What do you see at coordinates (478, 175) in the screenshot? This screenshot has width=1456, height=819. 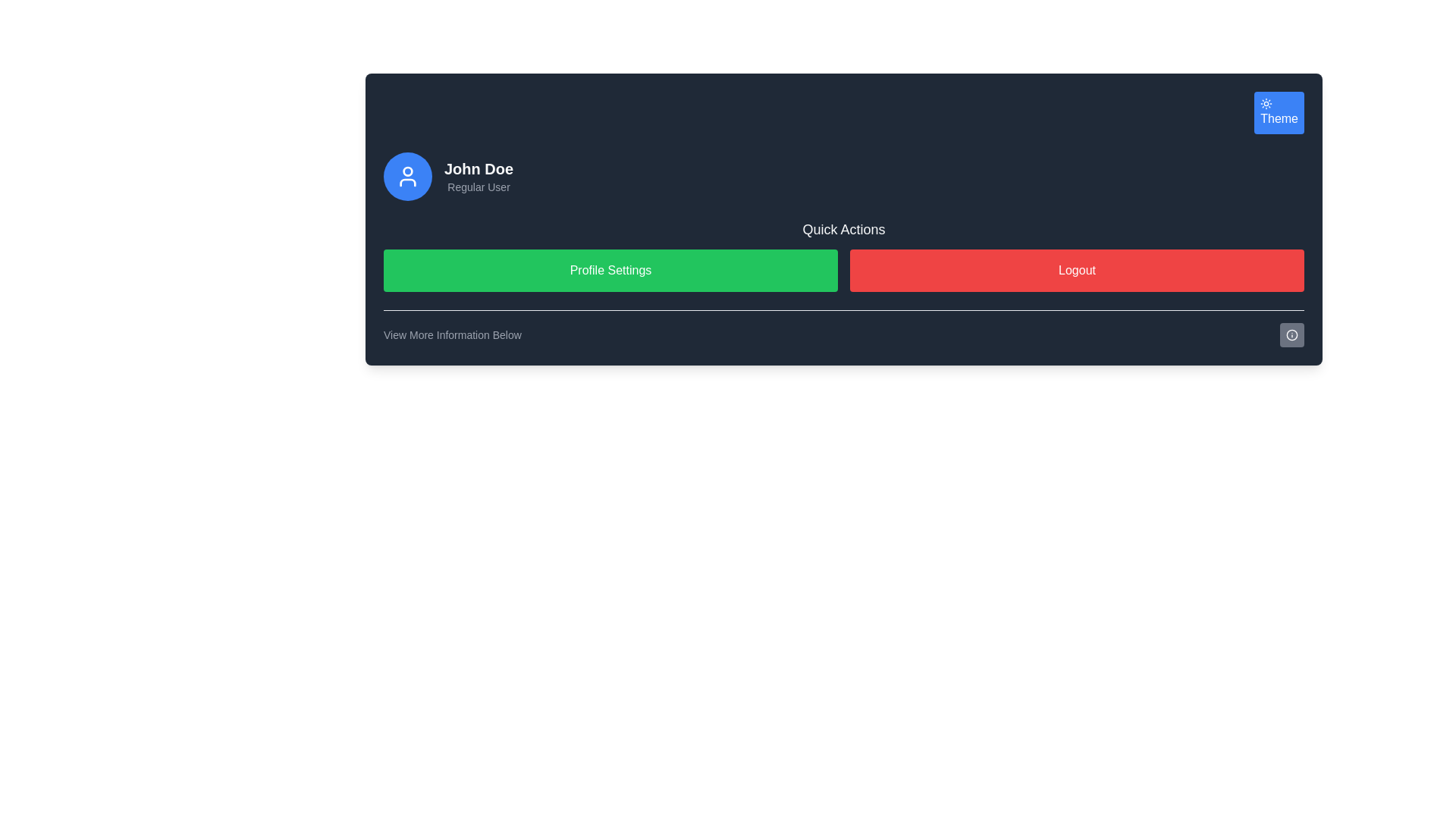 I see `the label displaying 'John Doe' and 'Regular User', which is aligned to the left and located to the right of a circular avatar icon` at bounding box center [478, 175].